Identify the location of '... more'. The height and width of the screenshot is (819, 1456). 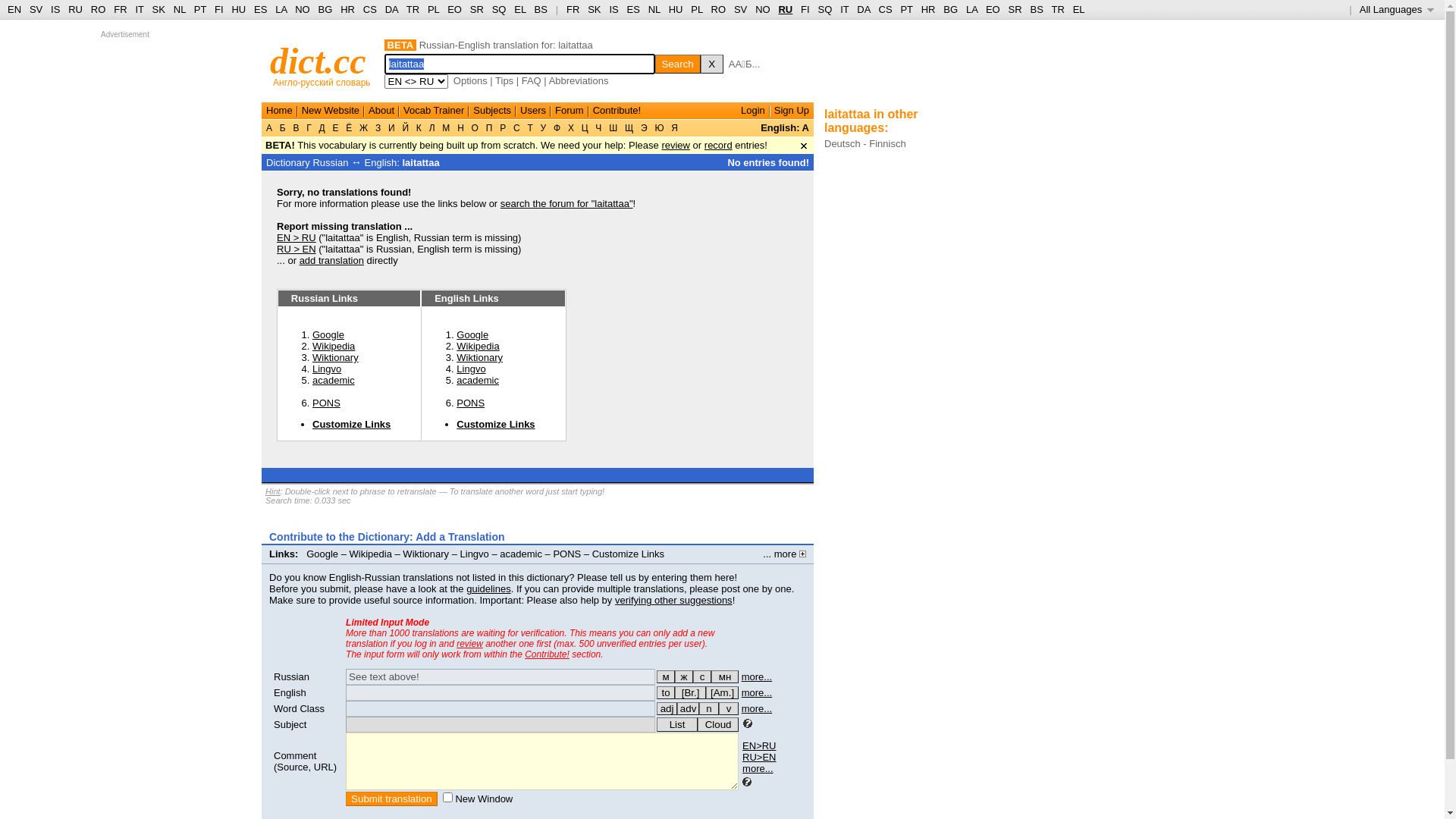
(763, 554).